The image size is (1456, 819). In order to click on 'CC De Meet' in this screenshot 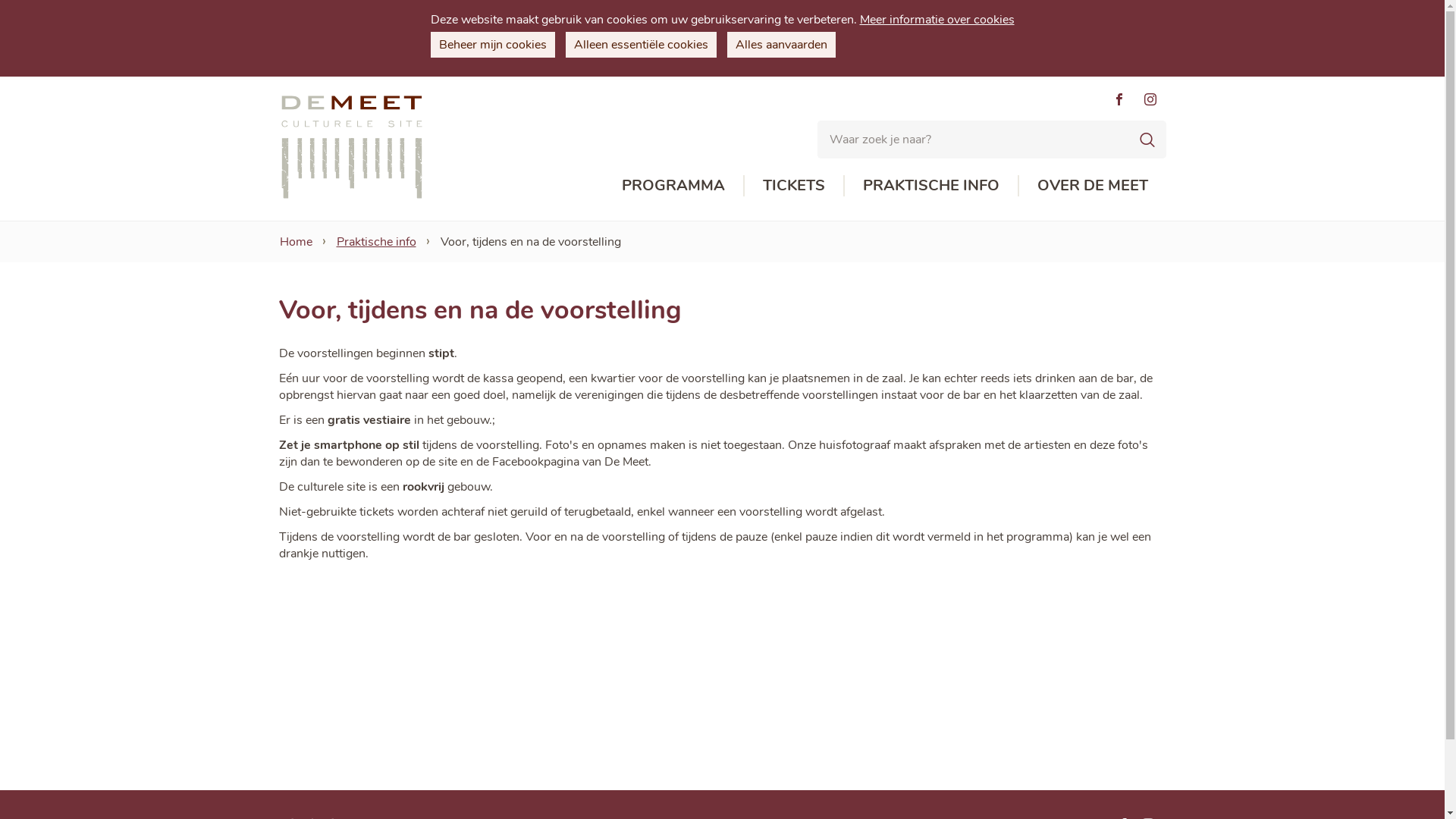, I will do `click(351, 146)`.